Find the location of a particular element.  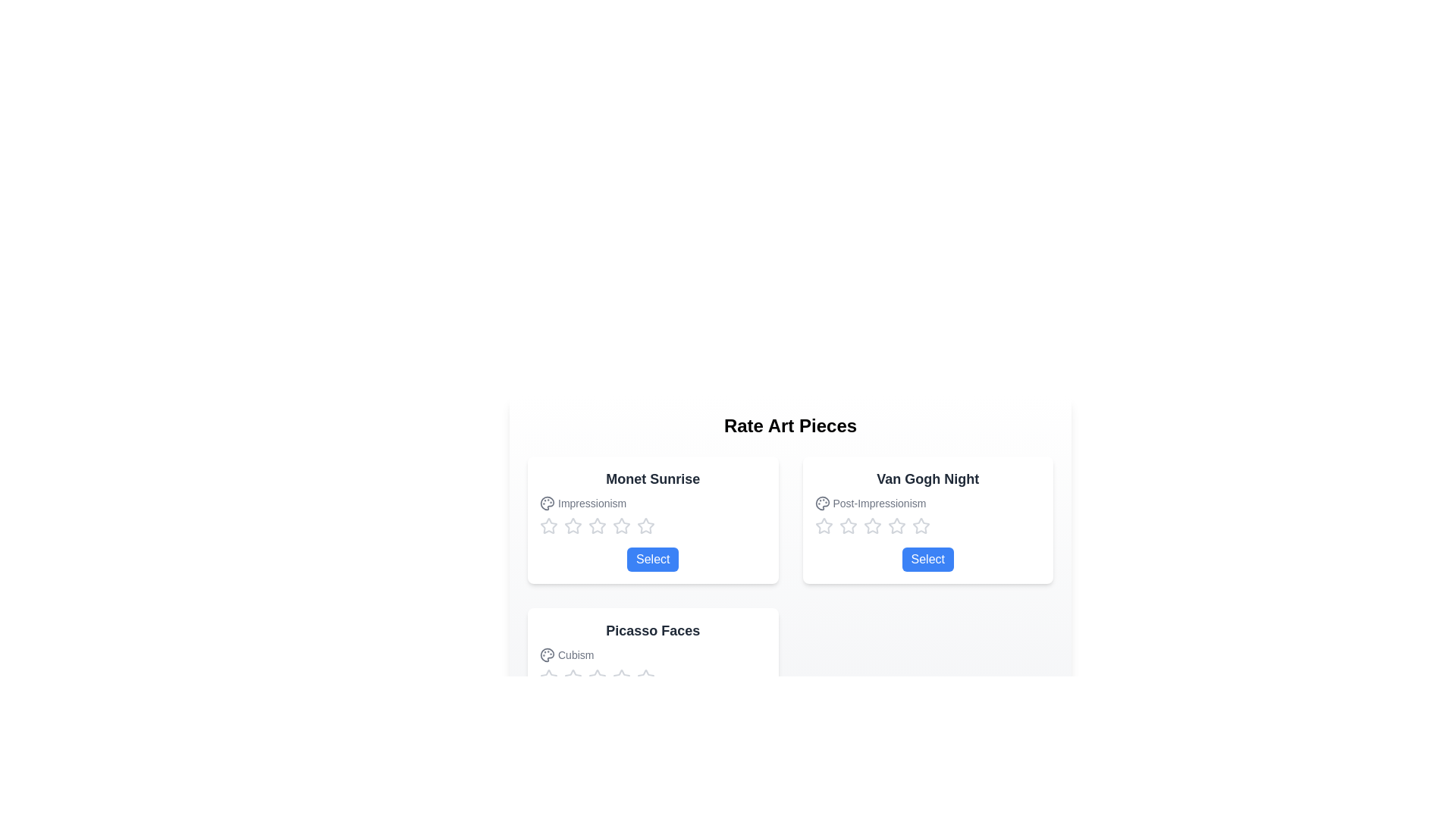

the fourth star in the 'Van Gogh Night' rating system is located at coordinates (920, 526).